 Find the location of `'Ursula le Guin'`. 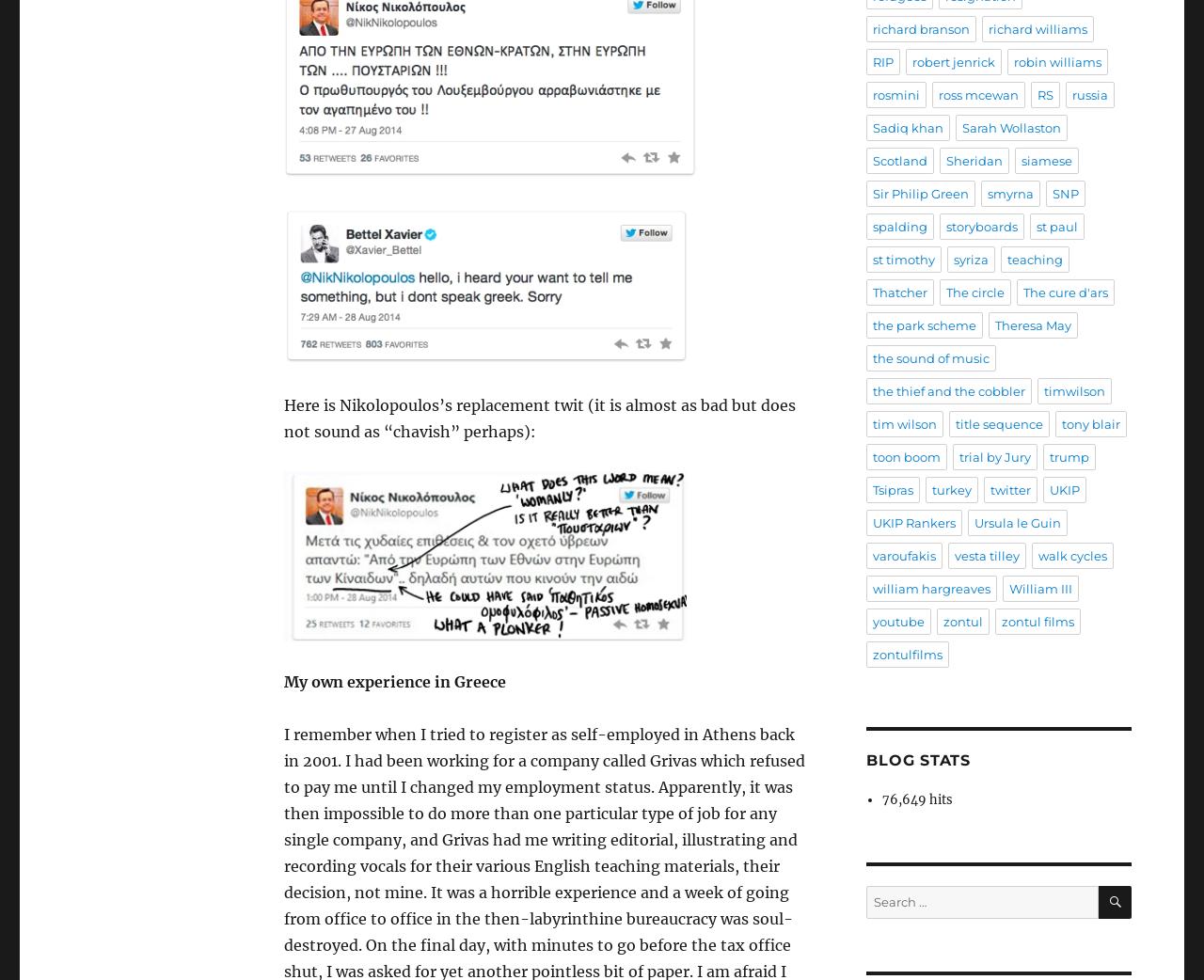

'Ursula le Guin' is located at coordinates (974, 522).